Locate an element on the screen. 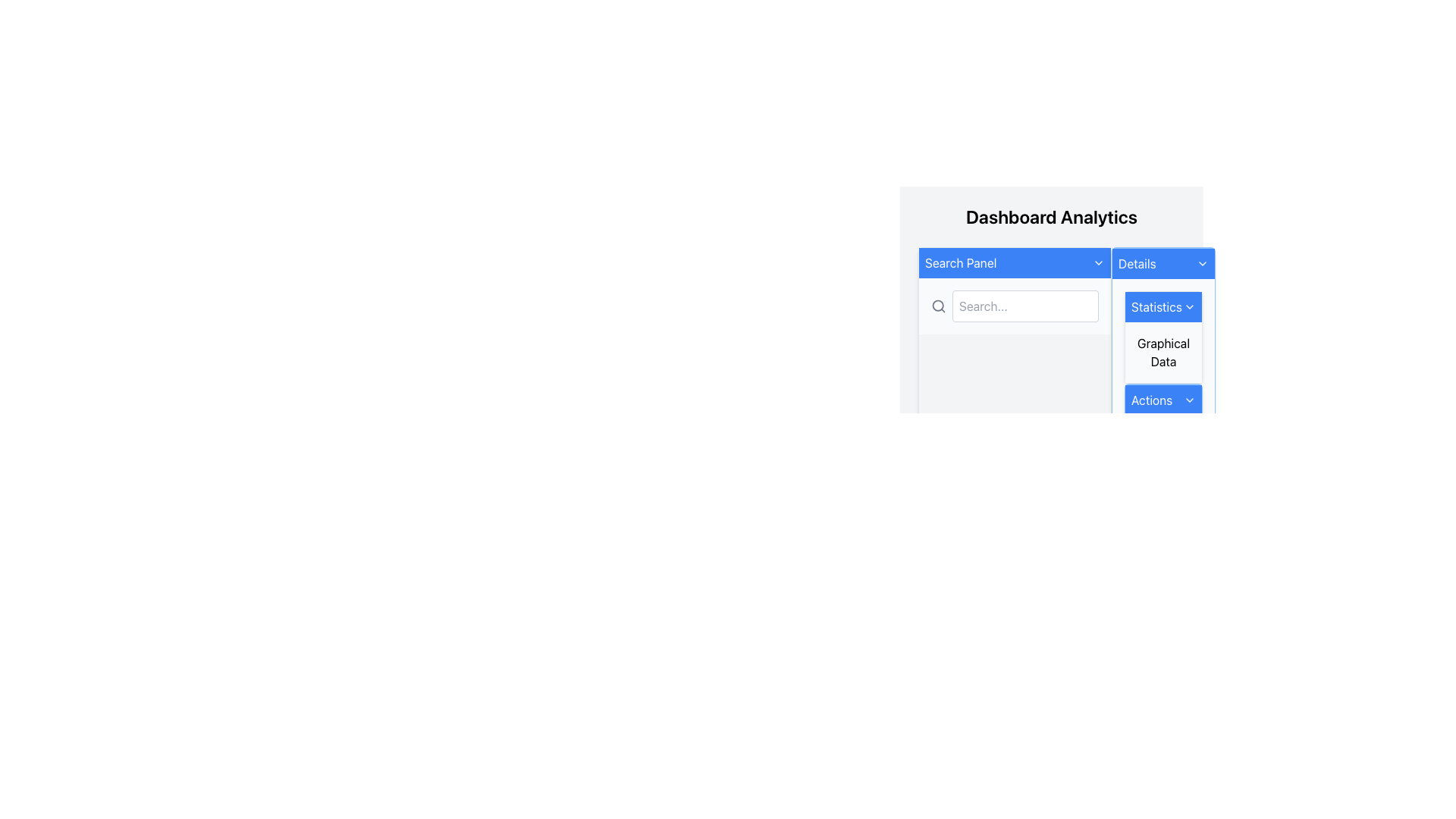  the circular lens part of the magnifying glass icon, which is located to the left of the search input box in the 'Search Panel' section under 'Dashboard Analytics' is located at coordinates (937, 306).